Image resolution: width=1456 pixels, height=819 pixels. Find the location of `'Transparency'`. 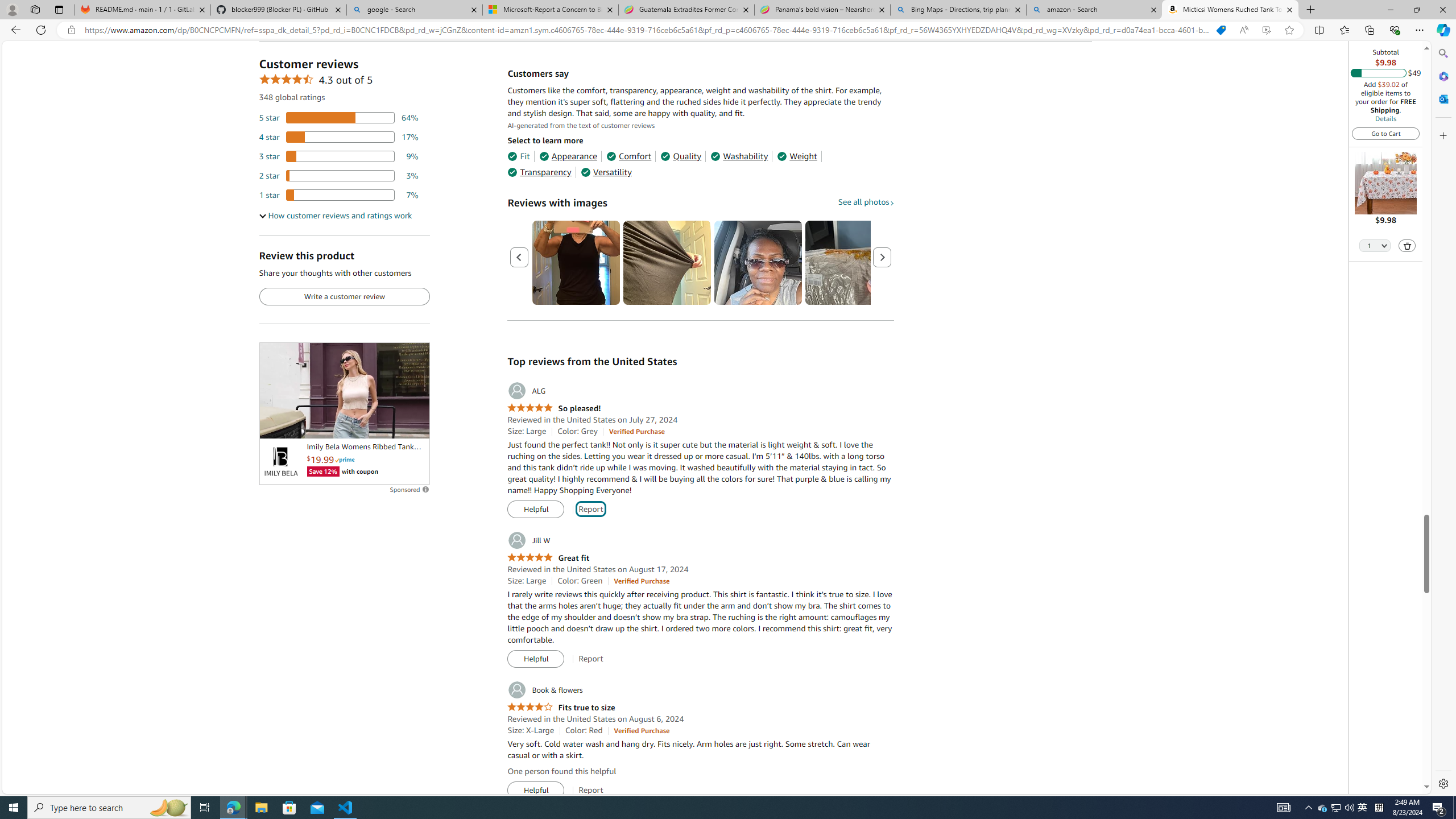

'Transparency' is located at coordinates (539, 172).